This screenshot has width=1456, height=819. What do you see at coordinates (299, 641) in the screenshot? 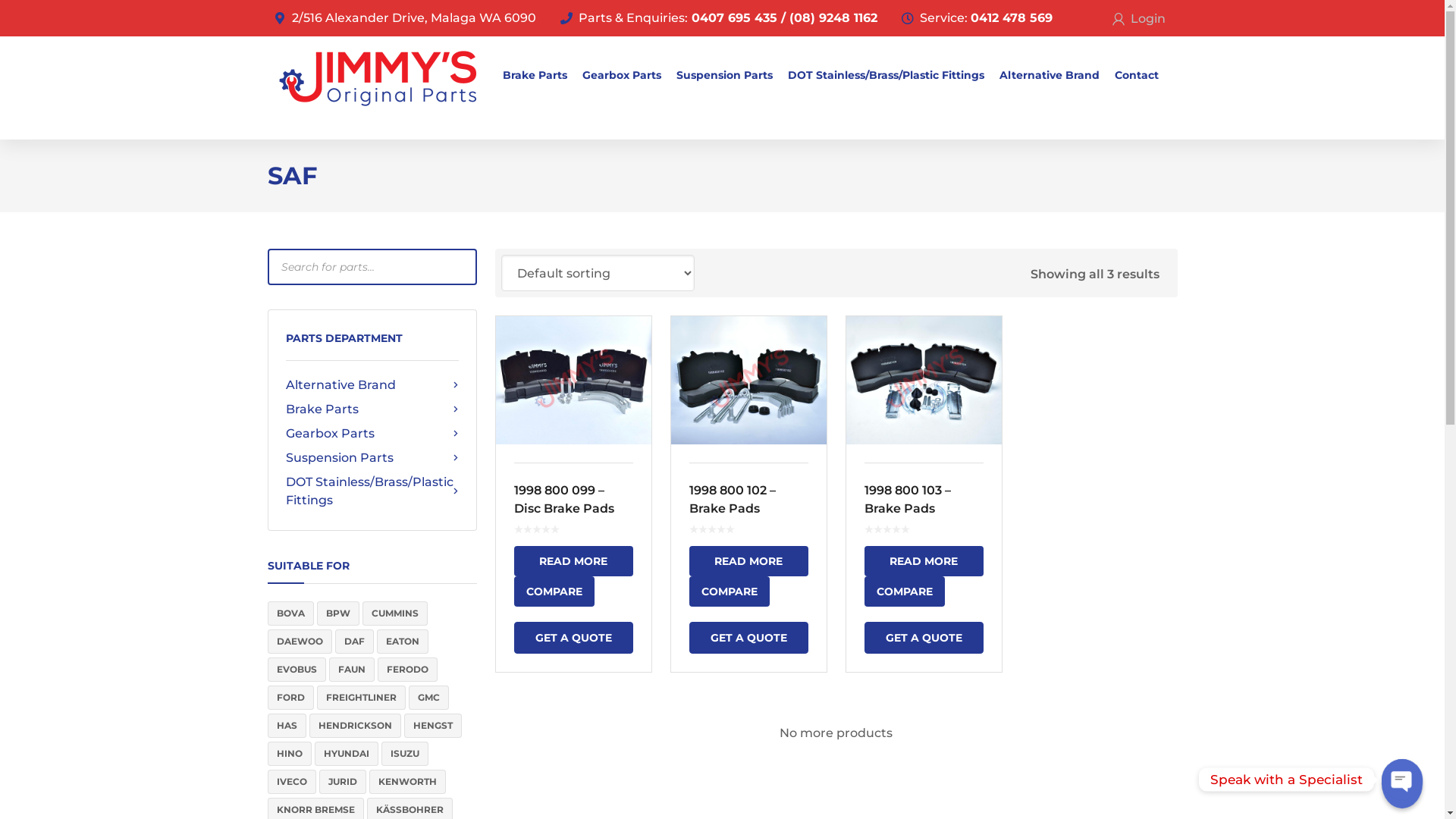
I see `'DAEWOO'` at bounding box center [299, 641].